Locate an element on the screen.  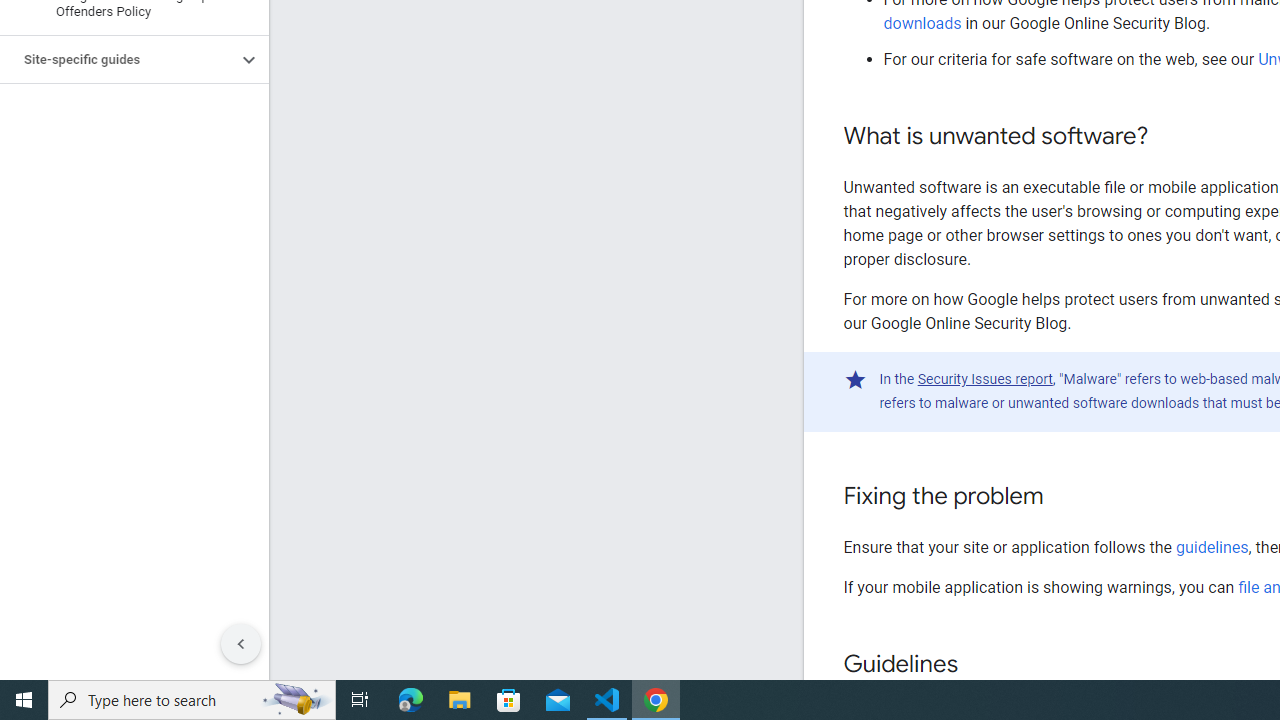
'Site-specific guides' is located at coordinates (117, 59).